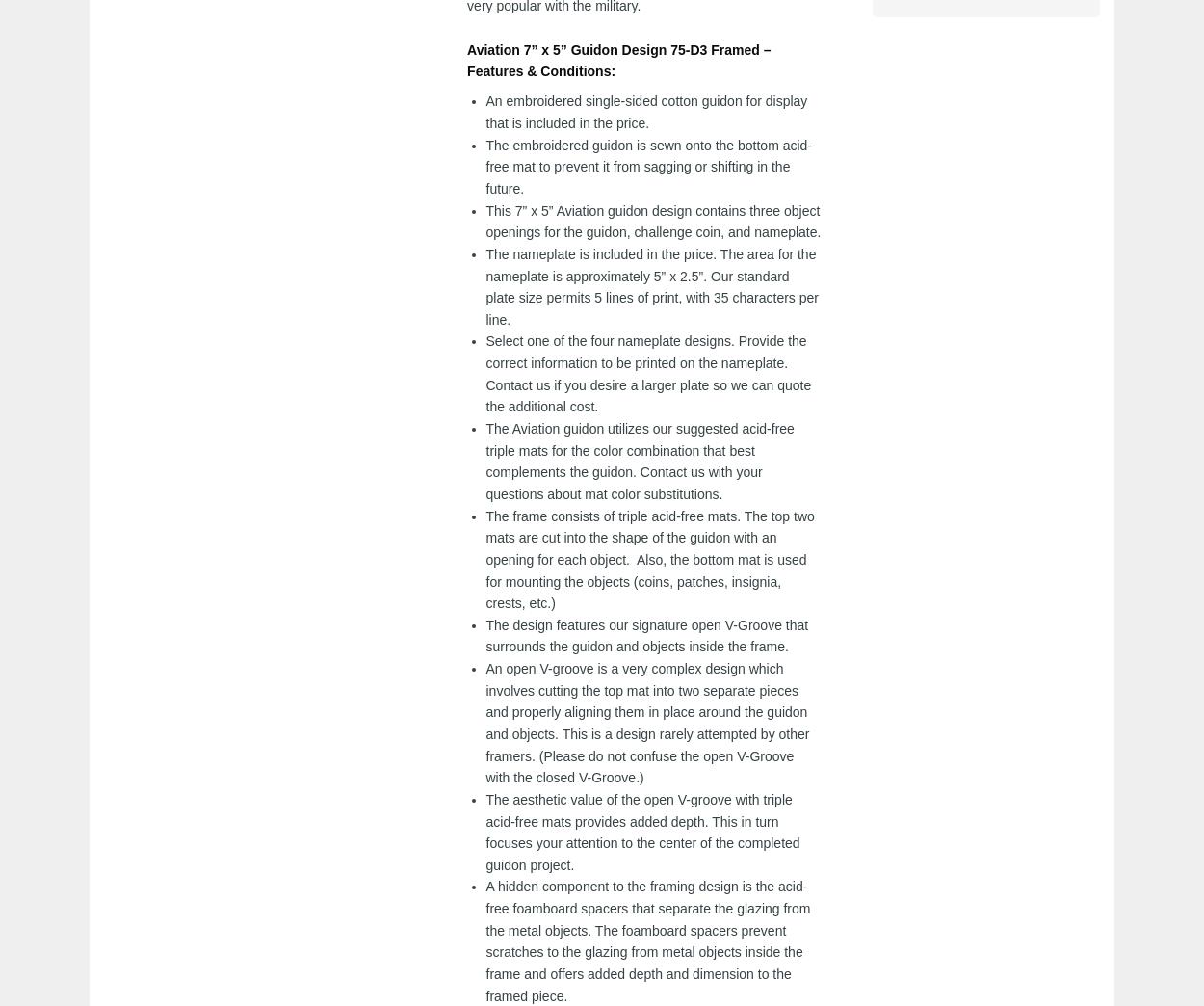  I want to click on 'Select one of the four nameplate designs. Provide the correct information to be printed on the nameplate. Contact us if you desire a larger plate so we can quote the additional cost.', so click(648, 373).